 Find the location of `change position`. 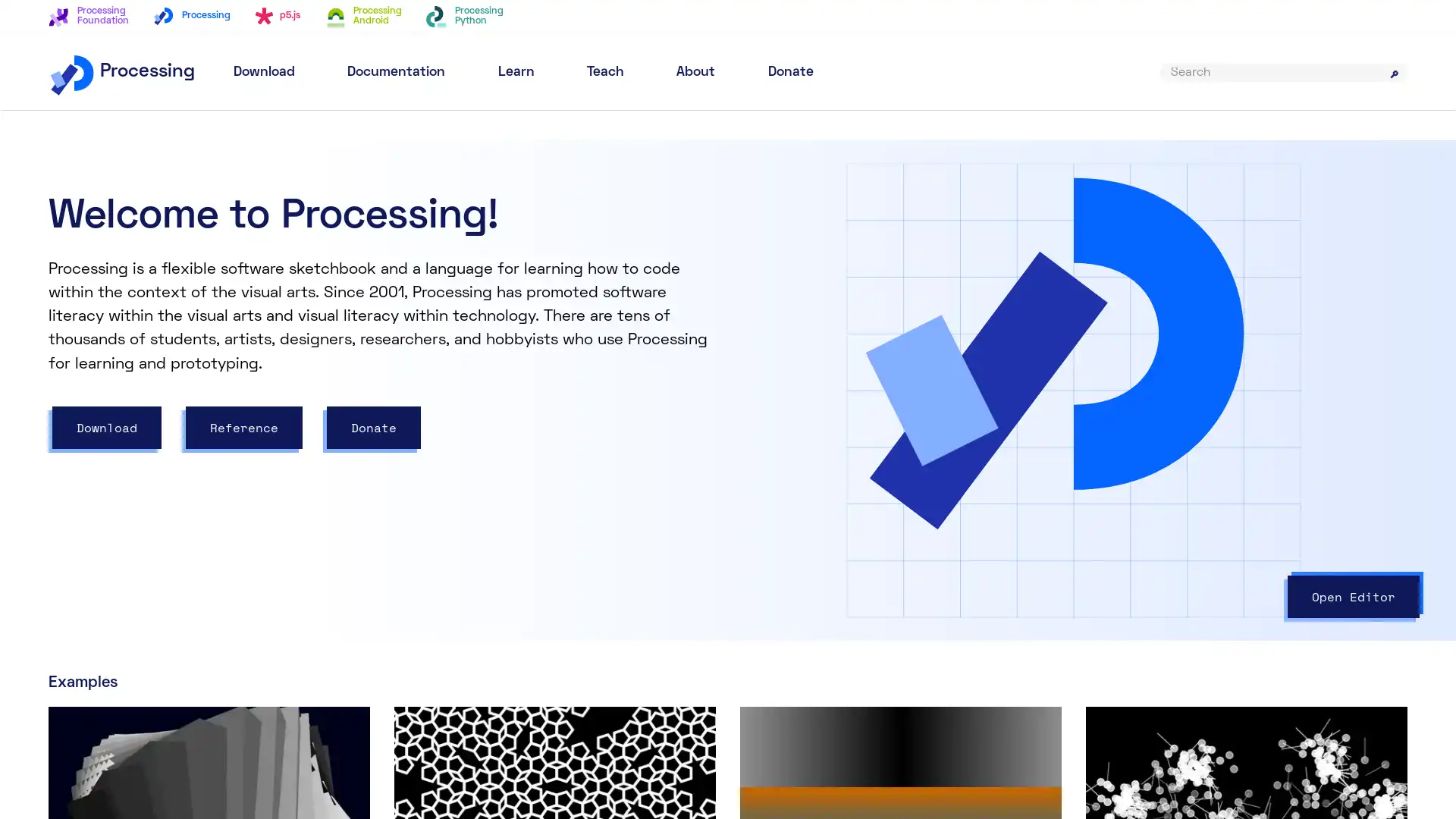

change position is located at coordinates (871, 363).